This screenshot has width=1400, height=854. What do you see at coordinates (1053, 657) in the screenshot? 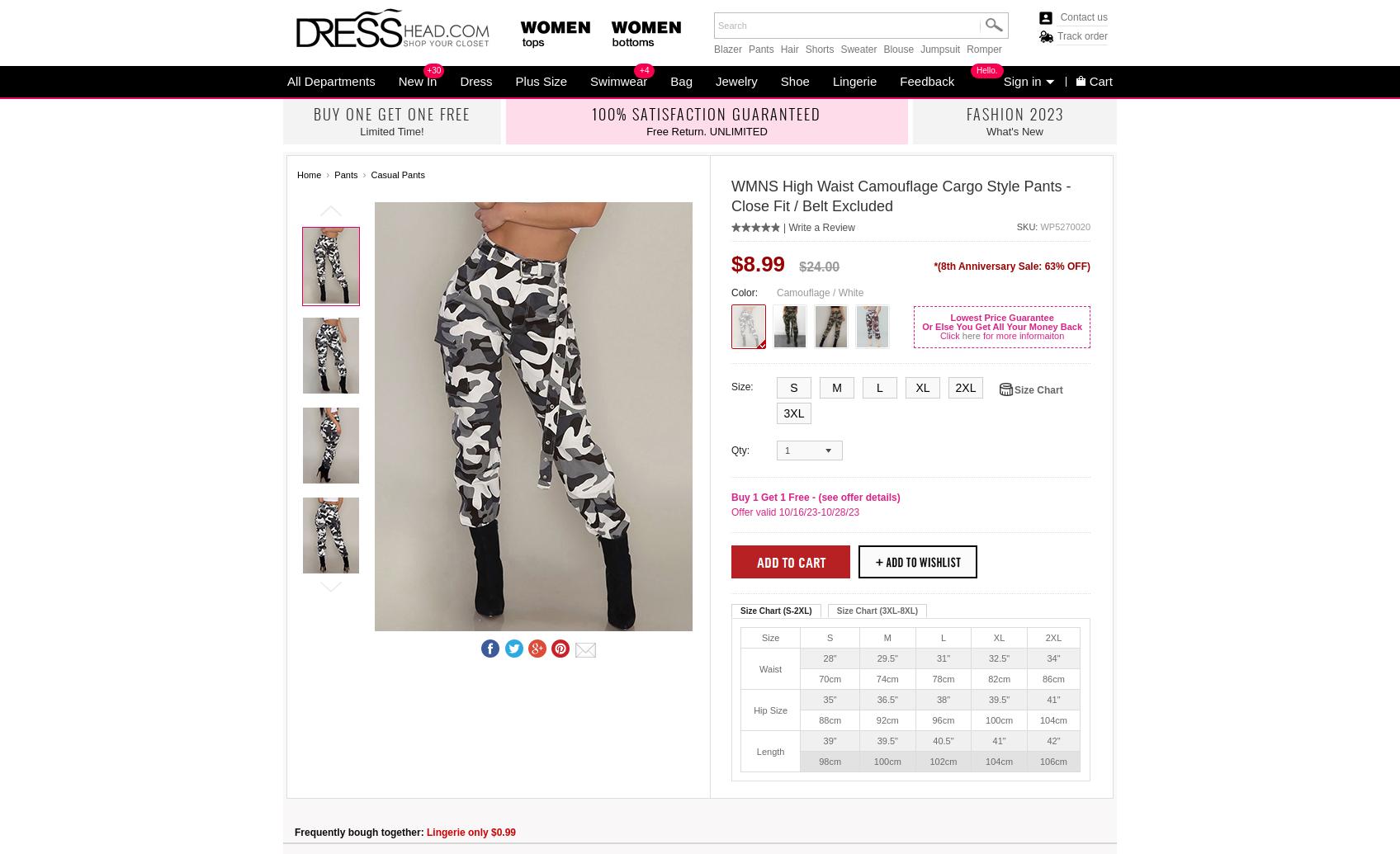
I see `'34"'` at bounding box center [1053, 657].